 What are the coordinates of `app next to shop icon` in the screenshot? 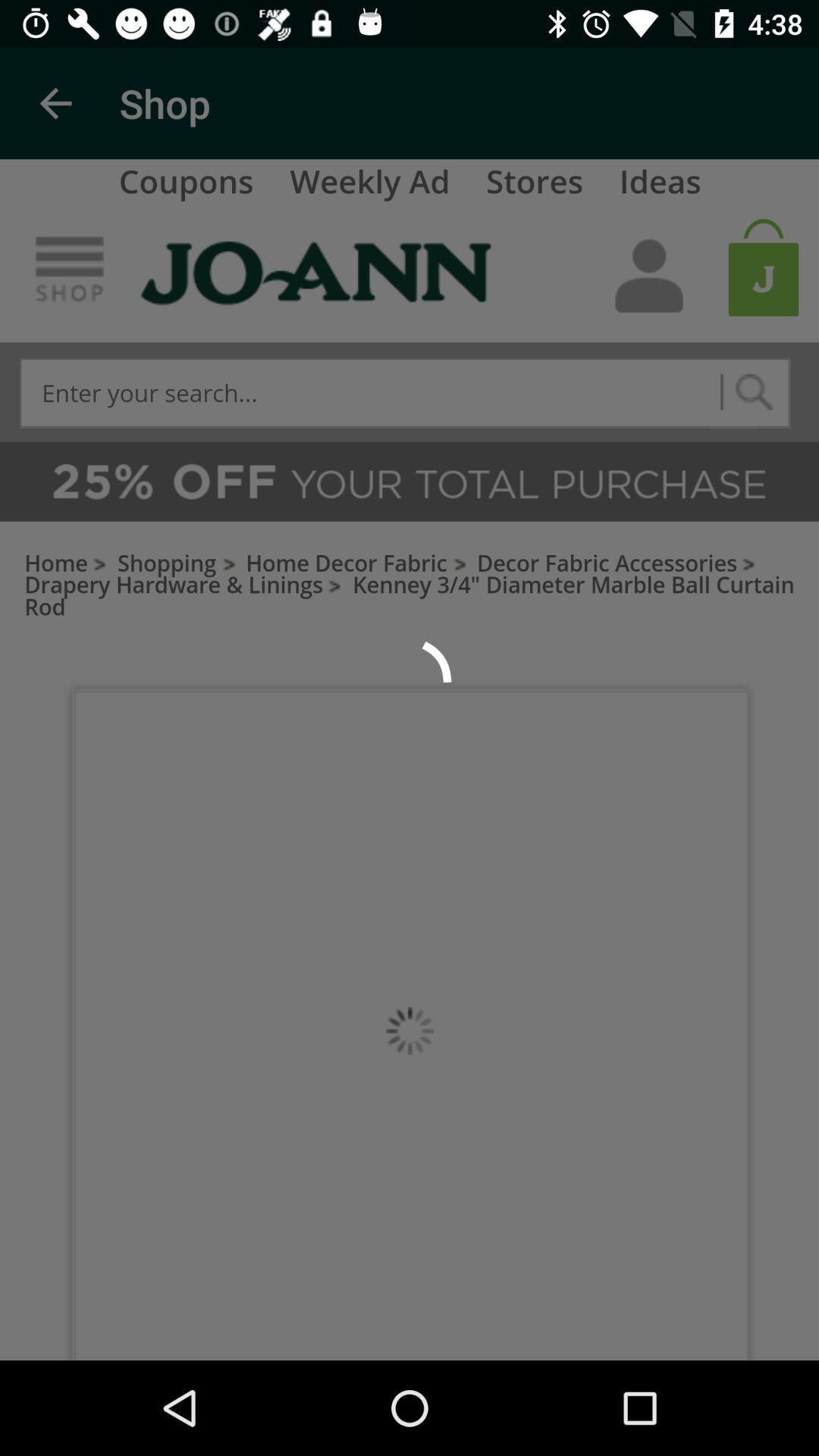 It's located at (55, 102).